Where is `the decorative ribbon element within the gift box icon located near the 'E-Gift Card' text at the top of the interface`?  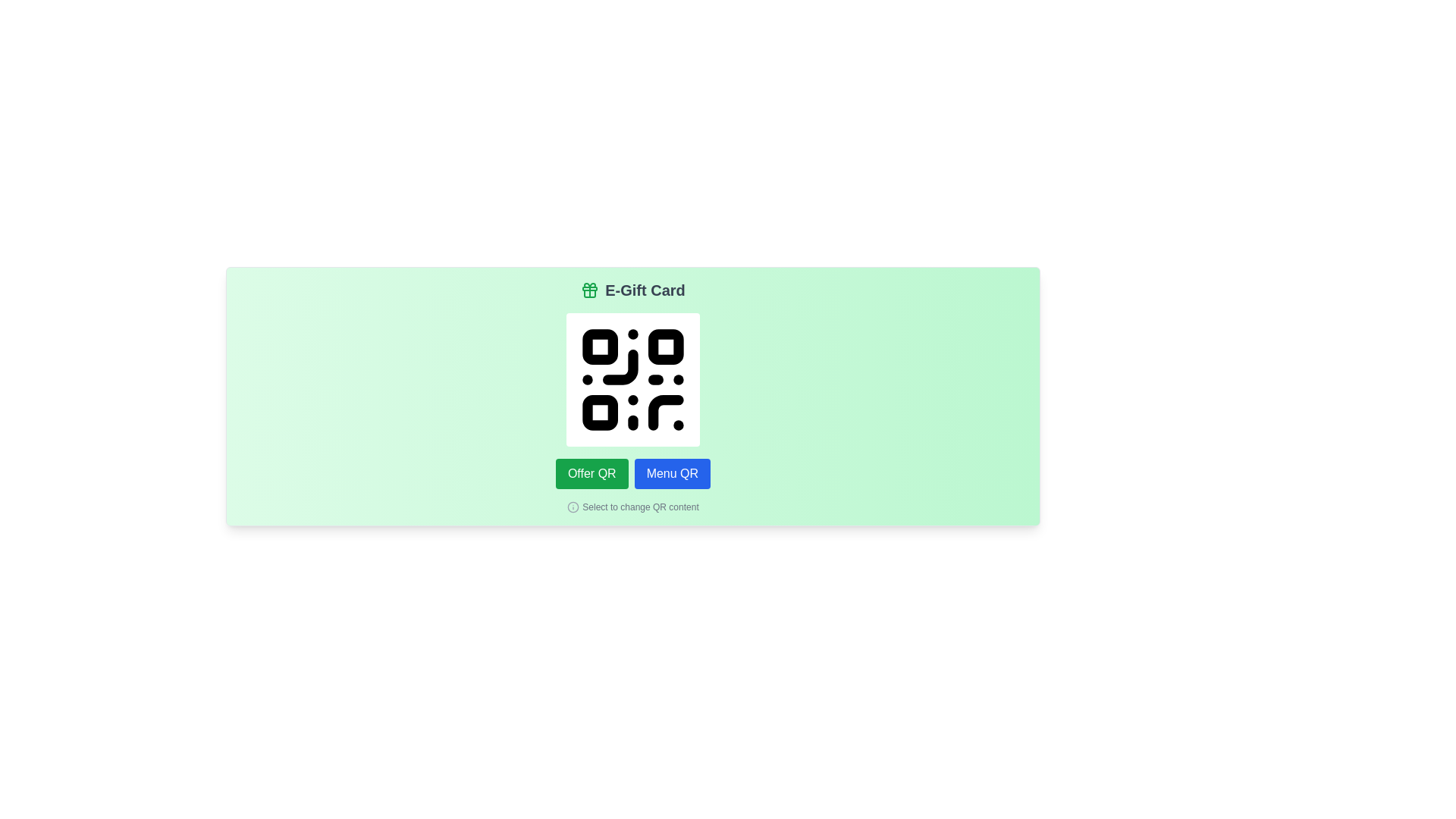
the decorative ribbon element within the gift box icon located near the 'E-Gift Card' text at the top of the interface is located at coordinates (589, 289).